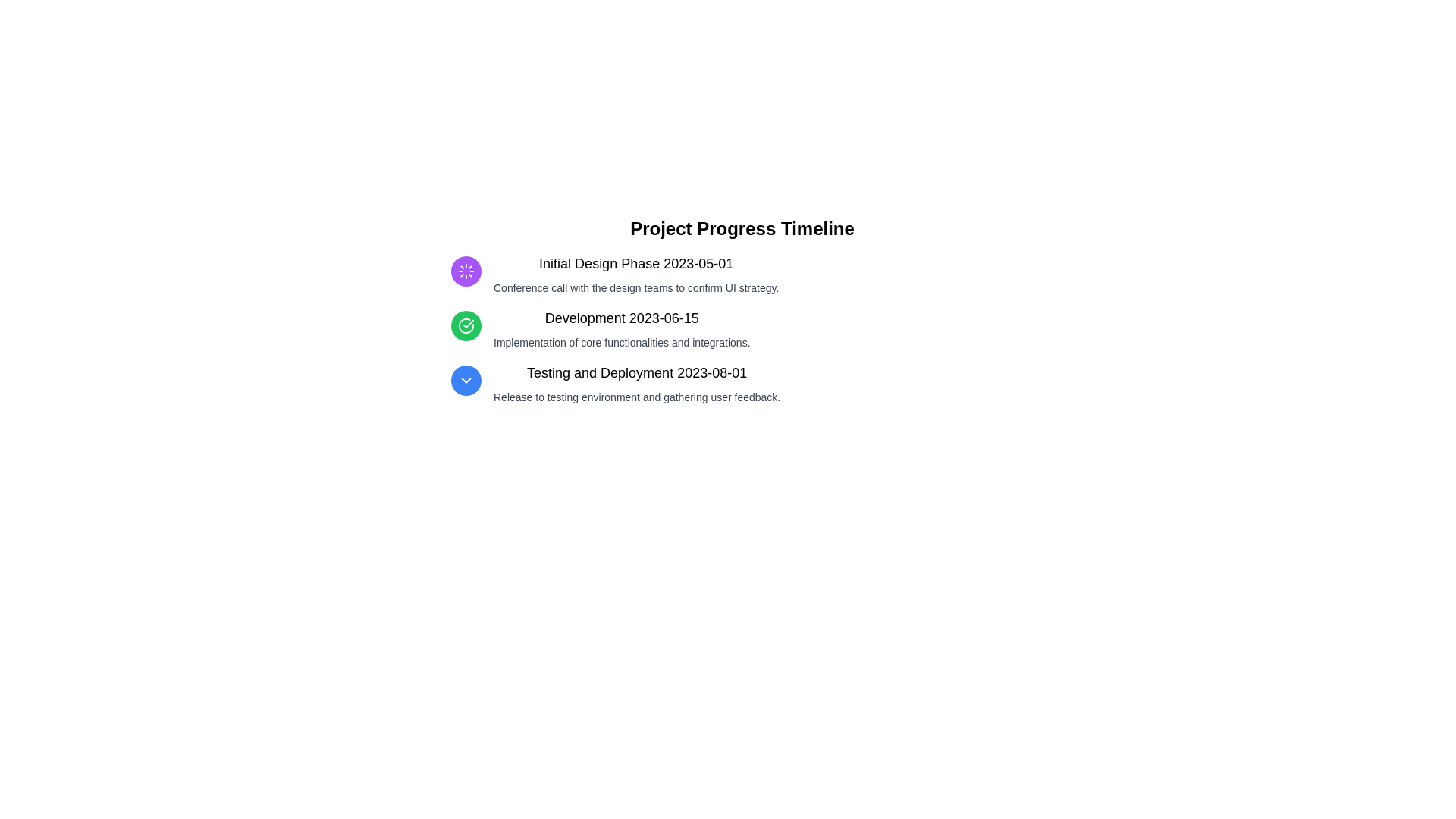 The width and height of the screenshot is (1456, 819). What do you see at coordinates (636, 275) in the screenshot?
I see `the text block element titled 'Initial Design Phase 2023-05-01' which includes a subtitle about the design teams' conference call, located in the Project Progress Timeline` at bounding box center [636, 275].